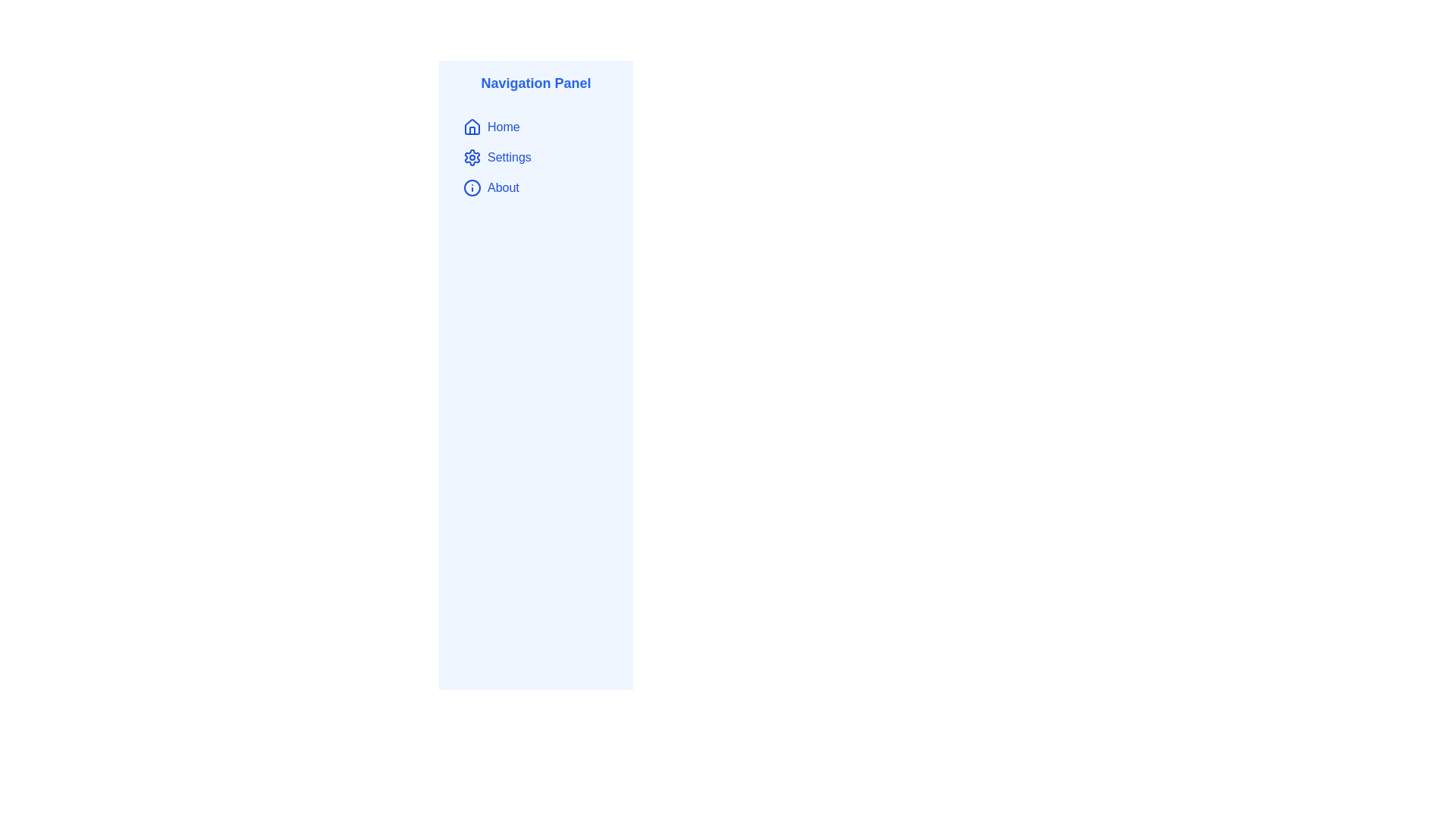  I want to click on the text label for the third menu item in the navigation panel, so click(503, 187).